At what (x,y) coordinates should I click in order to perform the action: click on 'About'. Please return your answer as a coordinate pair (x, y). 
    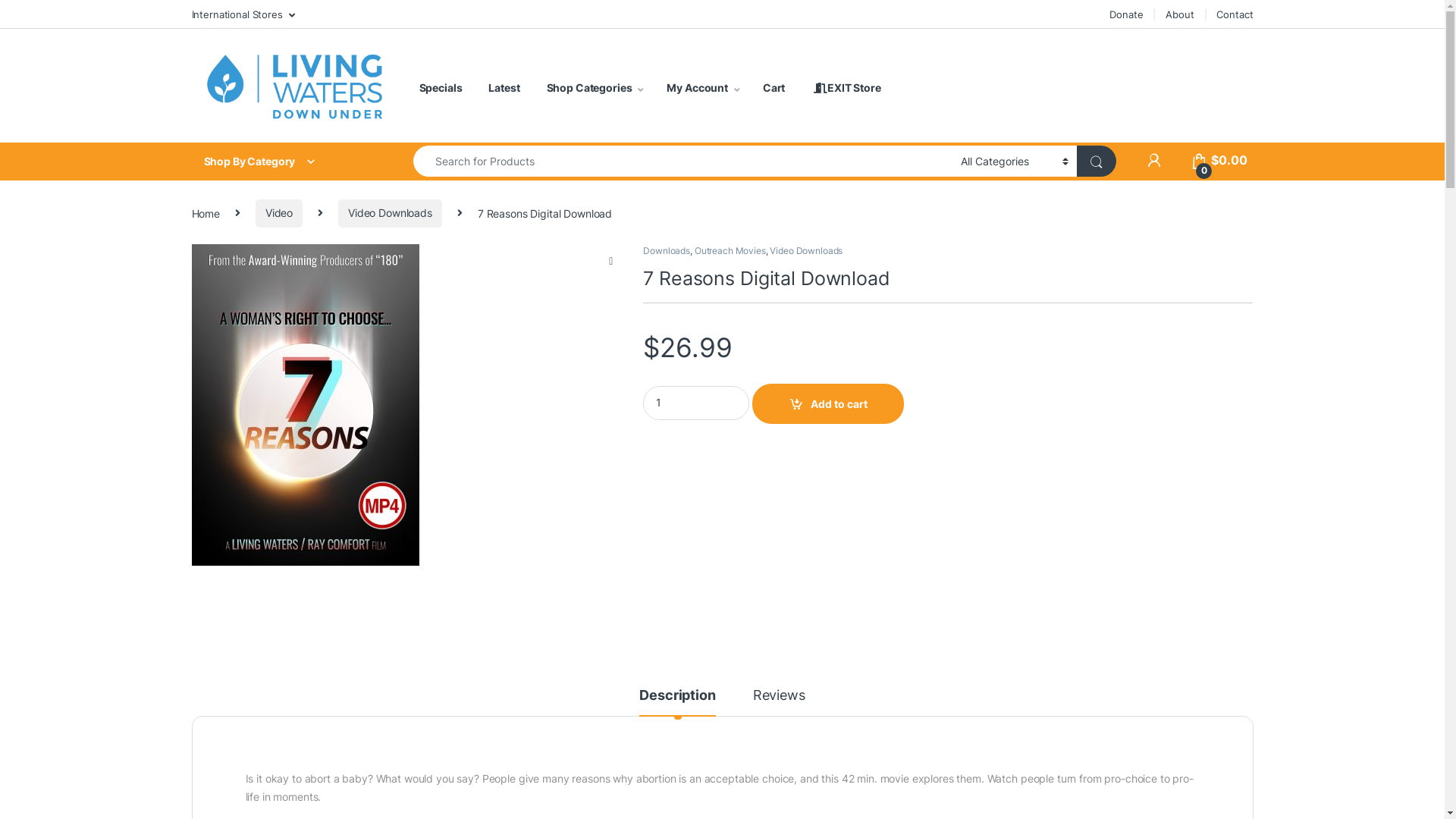
    Looking at the image, I should click on (1178, 14).